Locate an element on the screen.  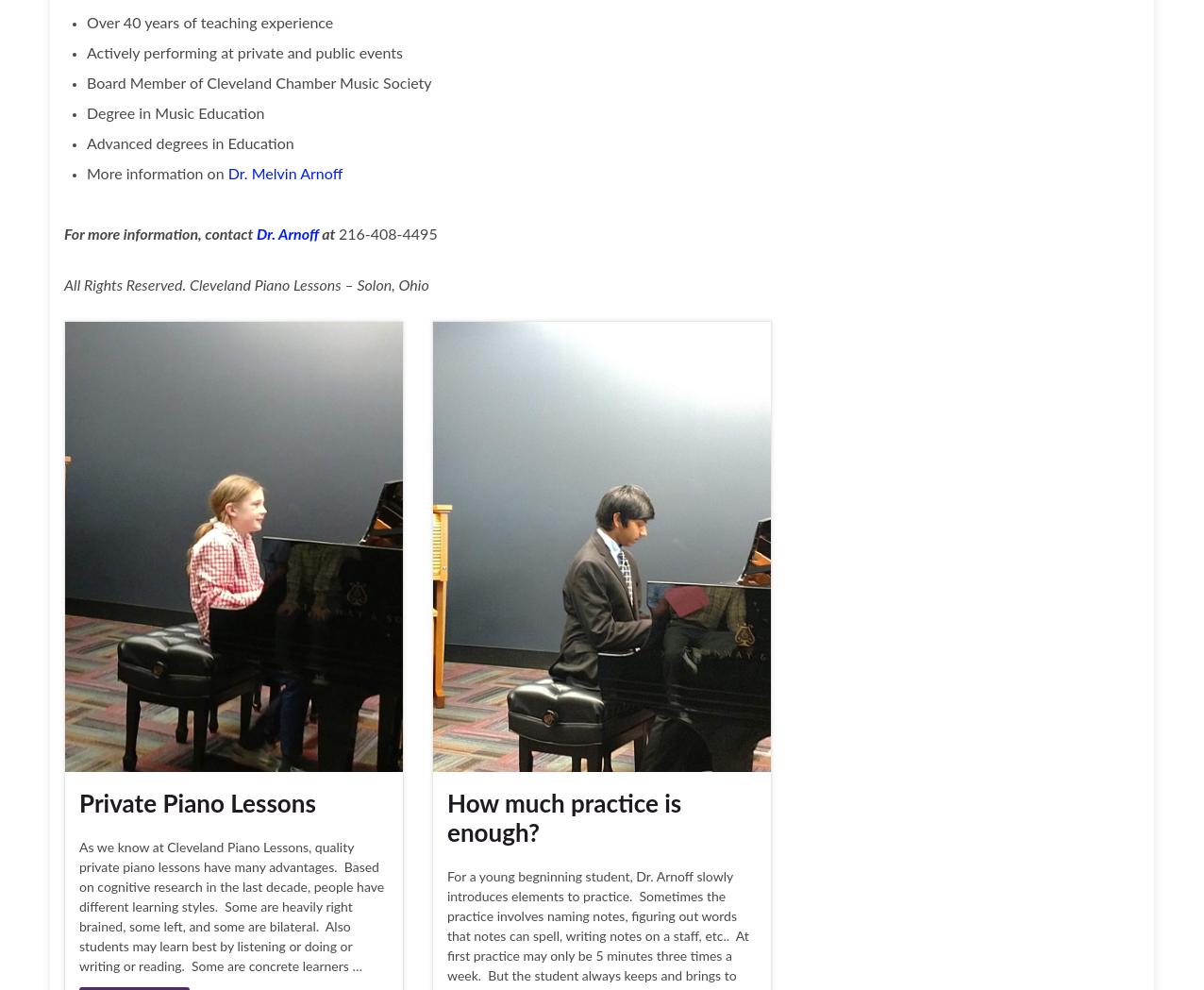
'As we know at Cleveland Piano Lessons, quality private piano lessons have many advantages.  Based on cognitive research in the last decade, people have different learning styles.  Some are heavily right brained, some left, and some are bilateral.  Also students may learn best by listening or doing or writing or reading.  Some are concrete learners …' is located at coordinates (231, 908).